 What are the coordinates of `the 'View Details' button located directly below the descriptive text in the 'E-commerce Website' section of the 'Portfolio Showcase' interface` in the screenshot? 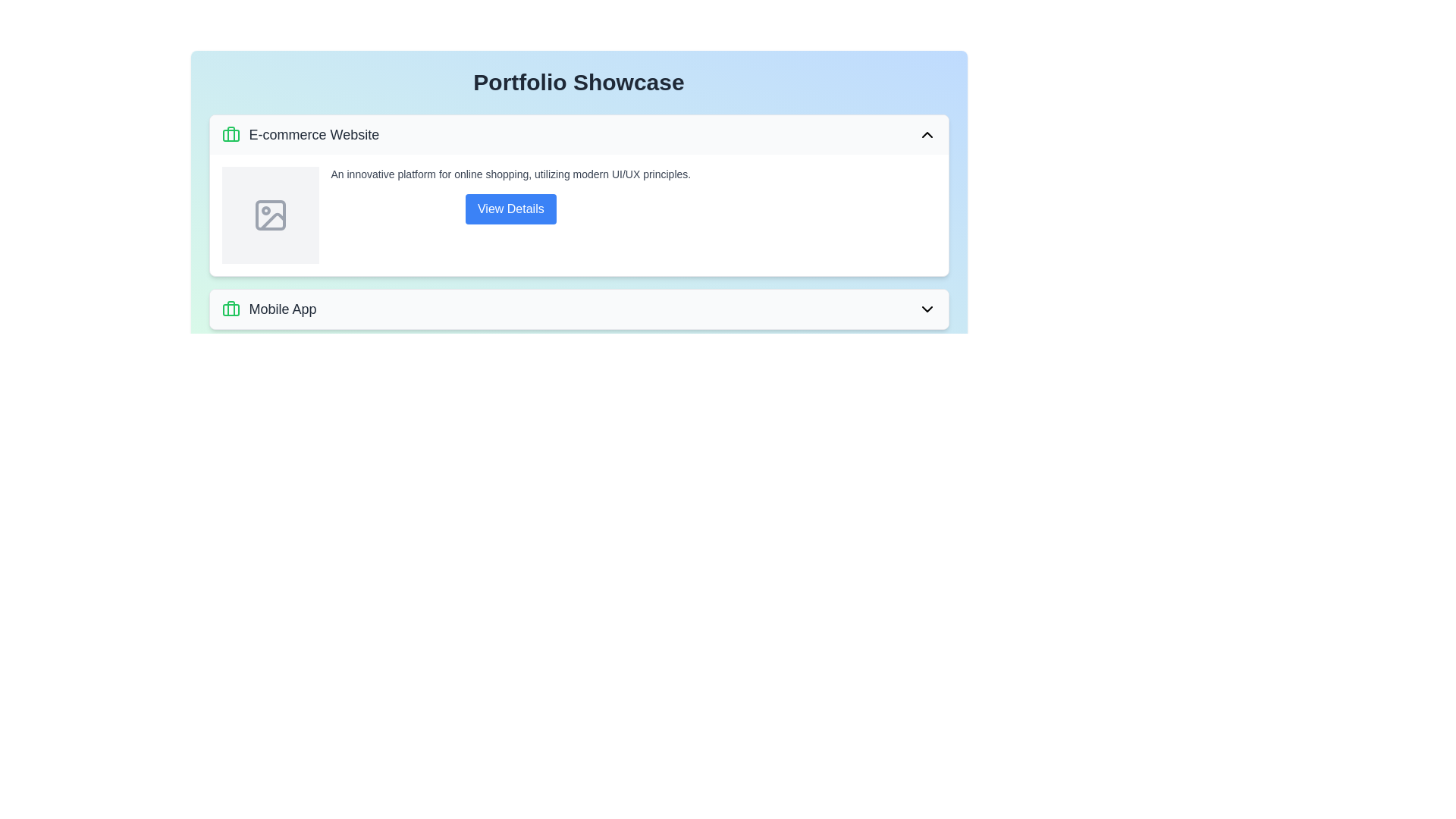 It's located at (510, 195).